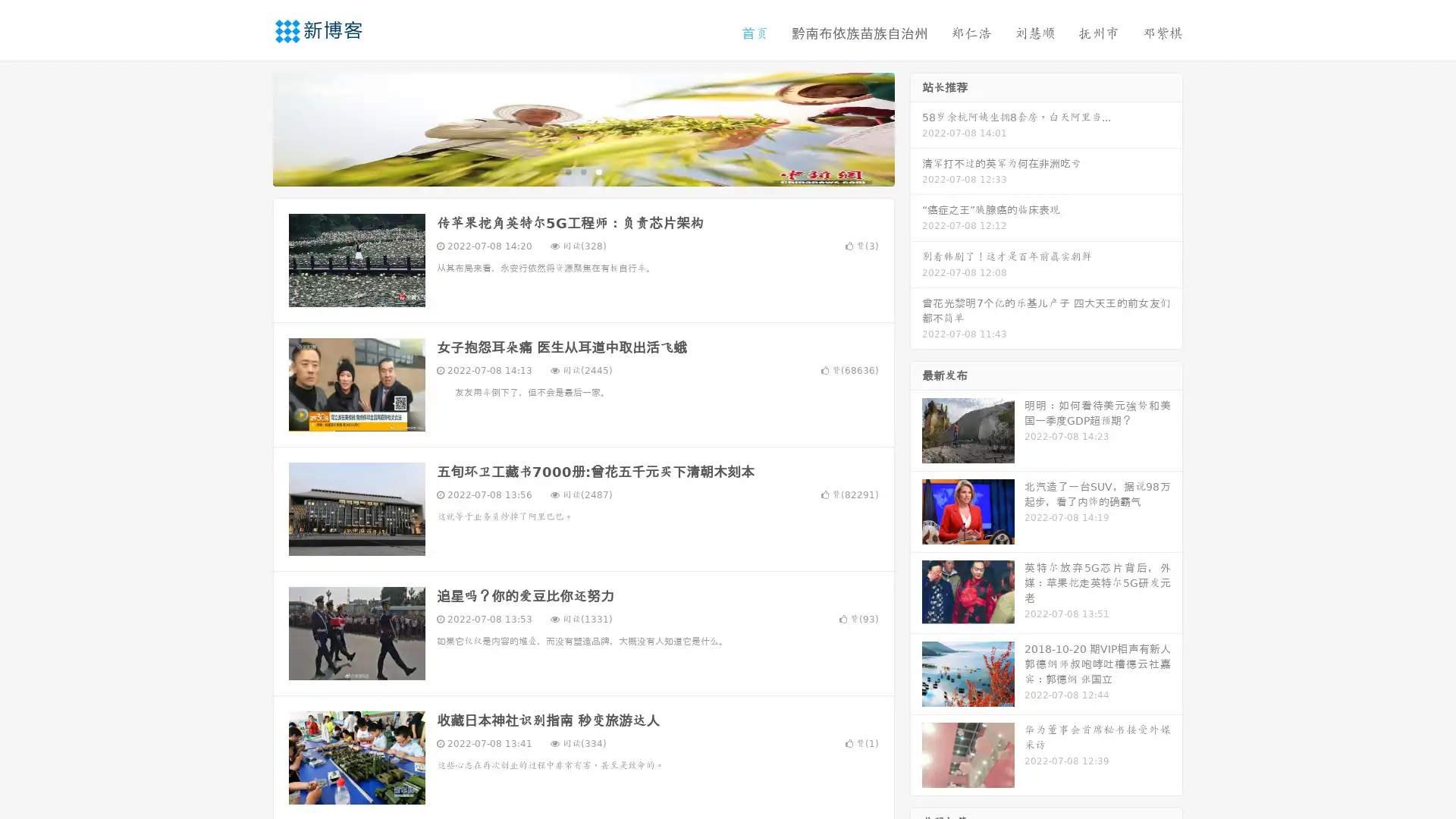 The width and height of the screenshot is (1456, 819). What do you see at coordinates (598, 171) in the screenshot?
I see `Go to slide 3` at bounding box center [598, 171].